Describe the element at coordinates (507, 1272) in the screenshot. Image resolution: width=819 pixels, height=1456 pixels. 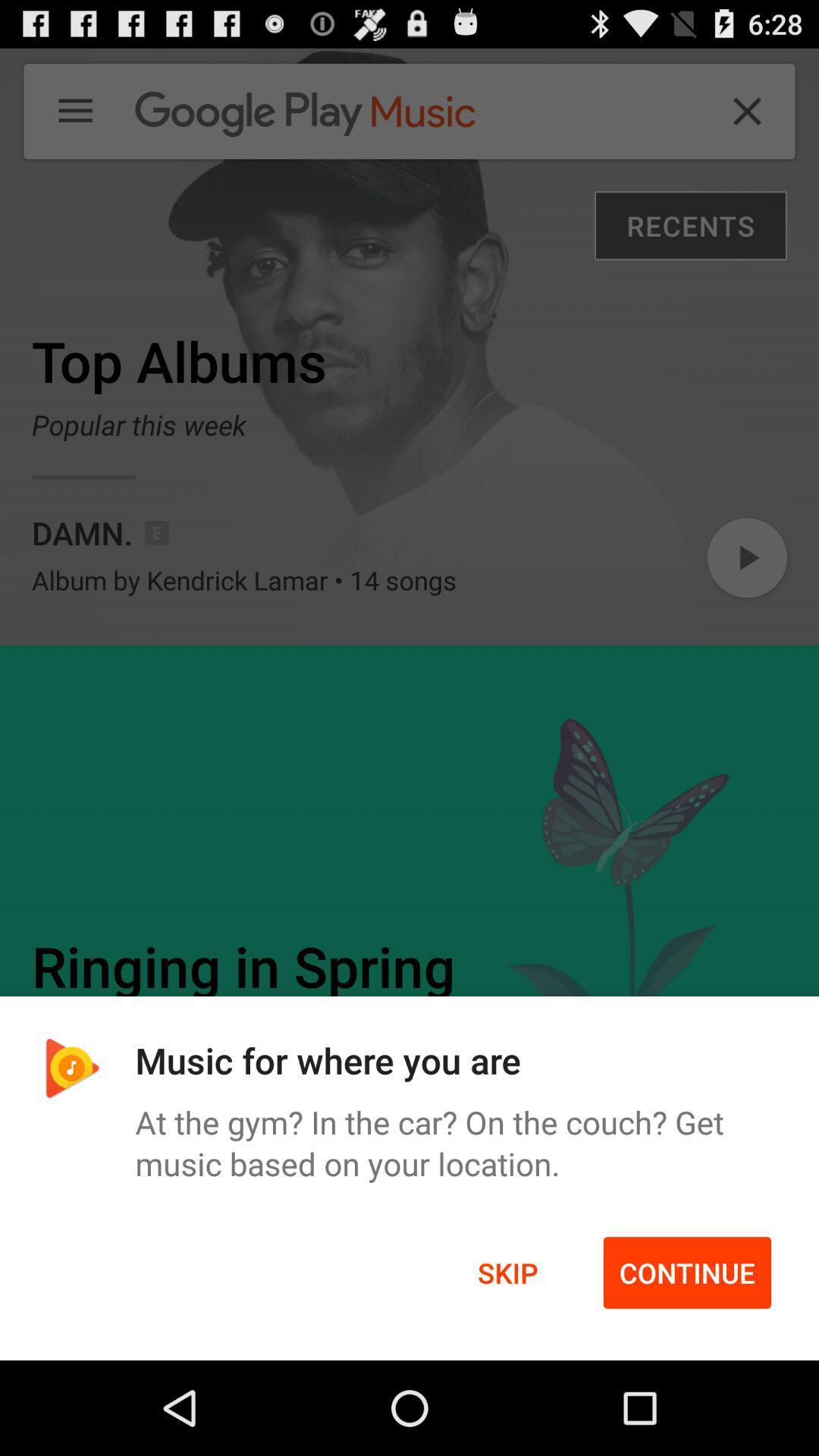
I see `the item below at the gym` at that location.